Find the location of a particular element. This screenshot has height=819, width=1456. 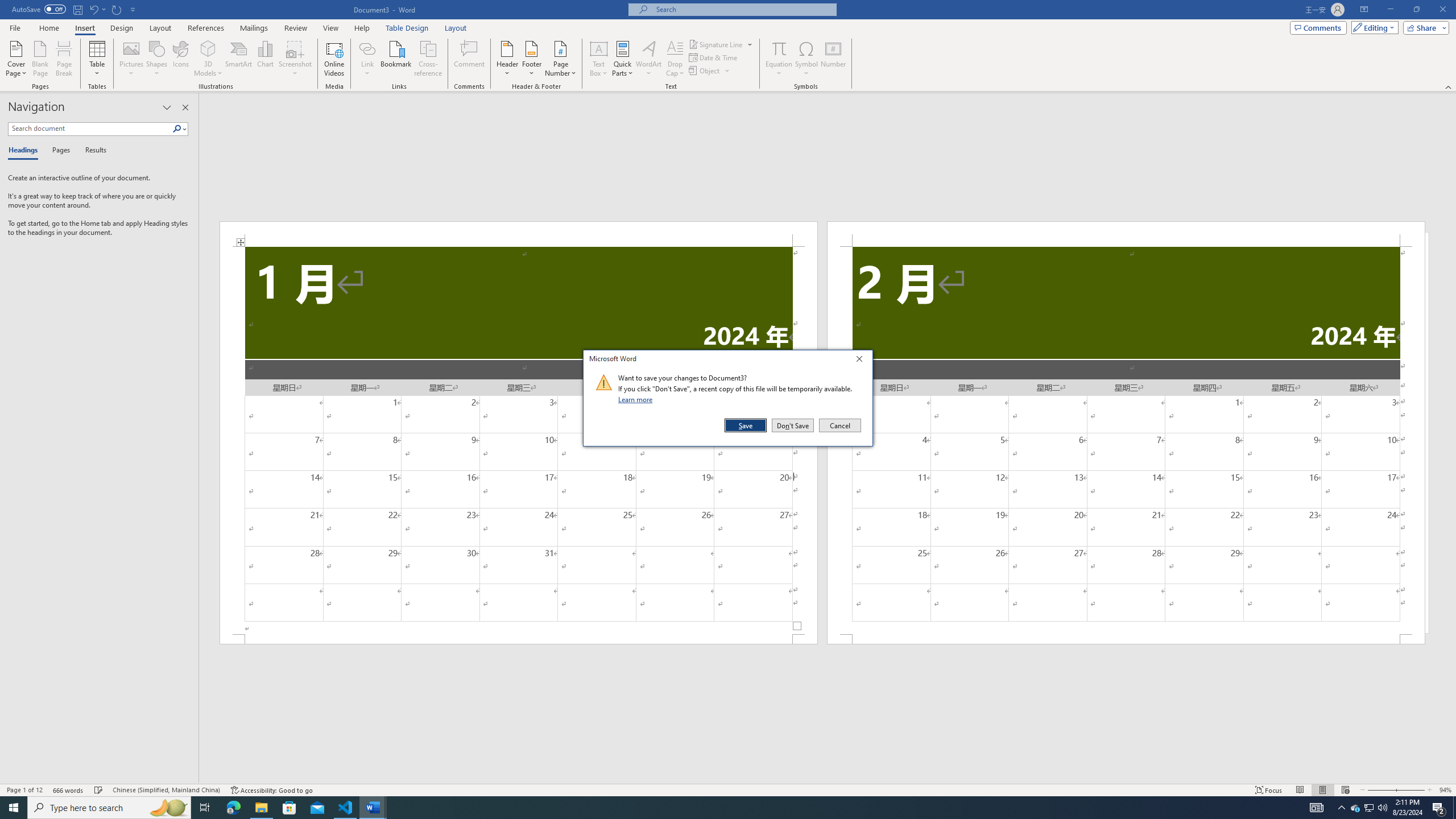

'File Explorer - 1 running window' is located at coordinates (260, 806).